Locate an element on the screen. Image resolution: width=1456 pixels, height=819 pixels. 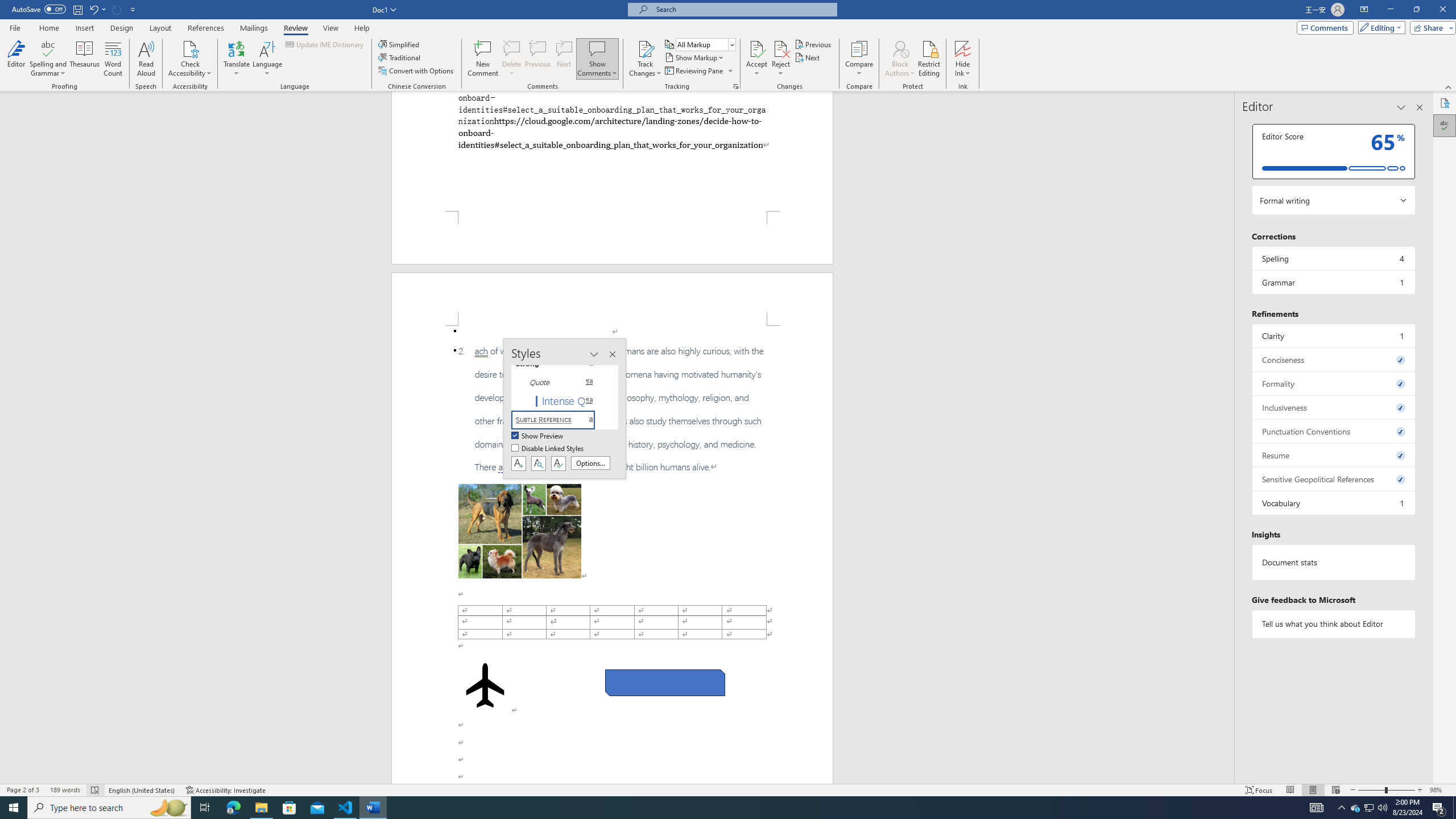
'Spelling and Grammar' is located at coordinates (48, 59).